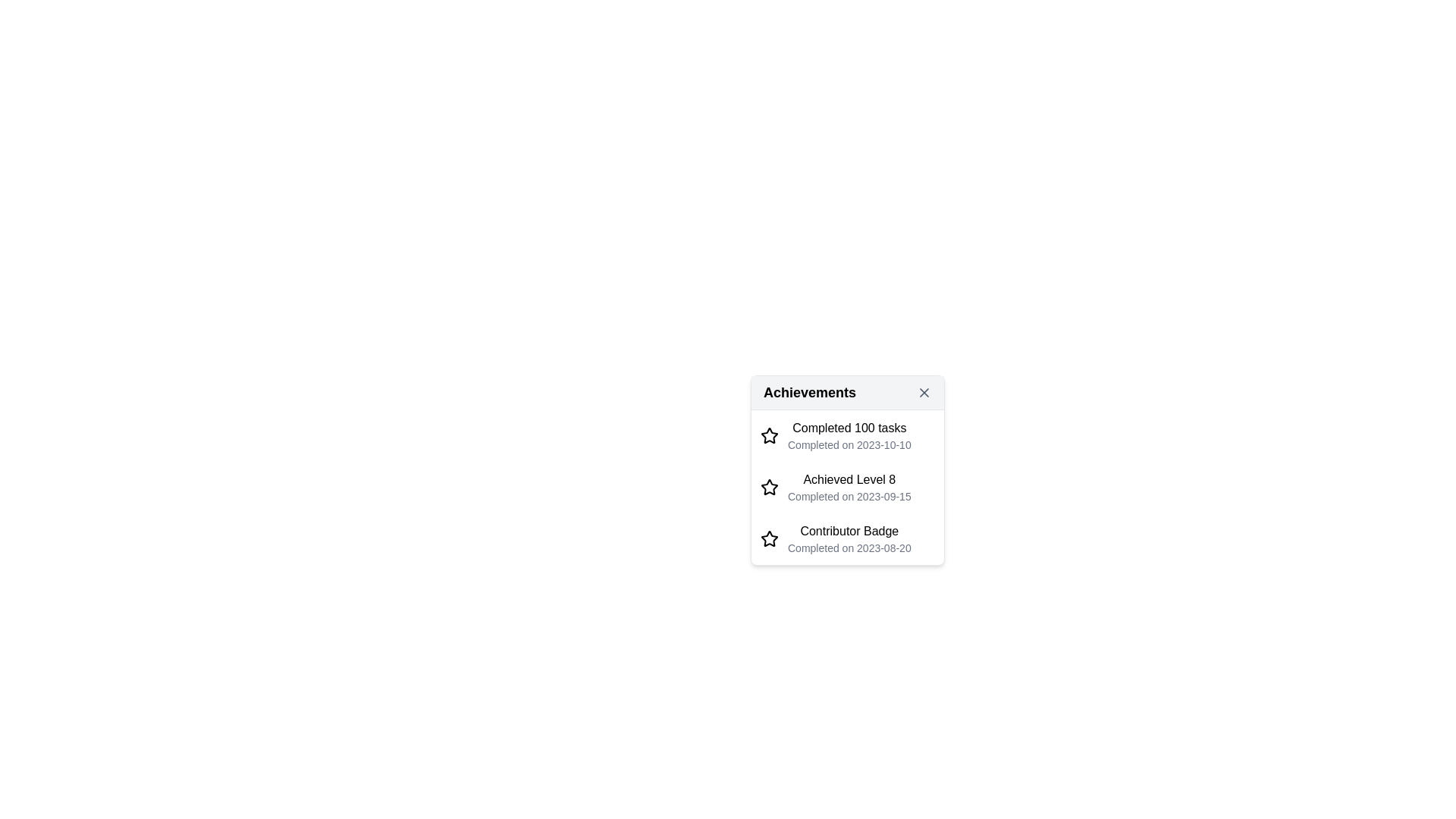  Describe the element at coordinates (849, 487) in the screenshot. I see `the Text Display with Multiple Lines that shows 'Achieved Level 8' and 'Completed on 2023-09-15', located in the Achievements panel` at that location.